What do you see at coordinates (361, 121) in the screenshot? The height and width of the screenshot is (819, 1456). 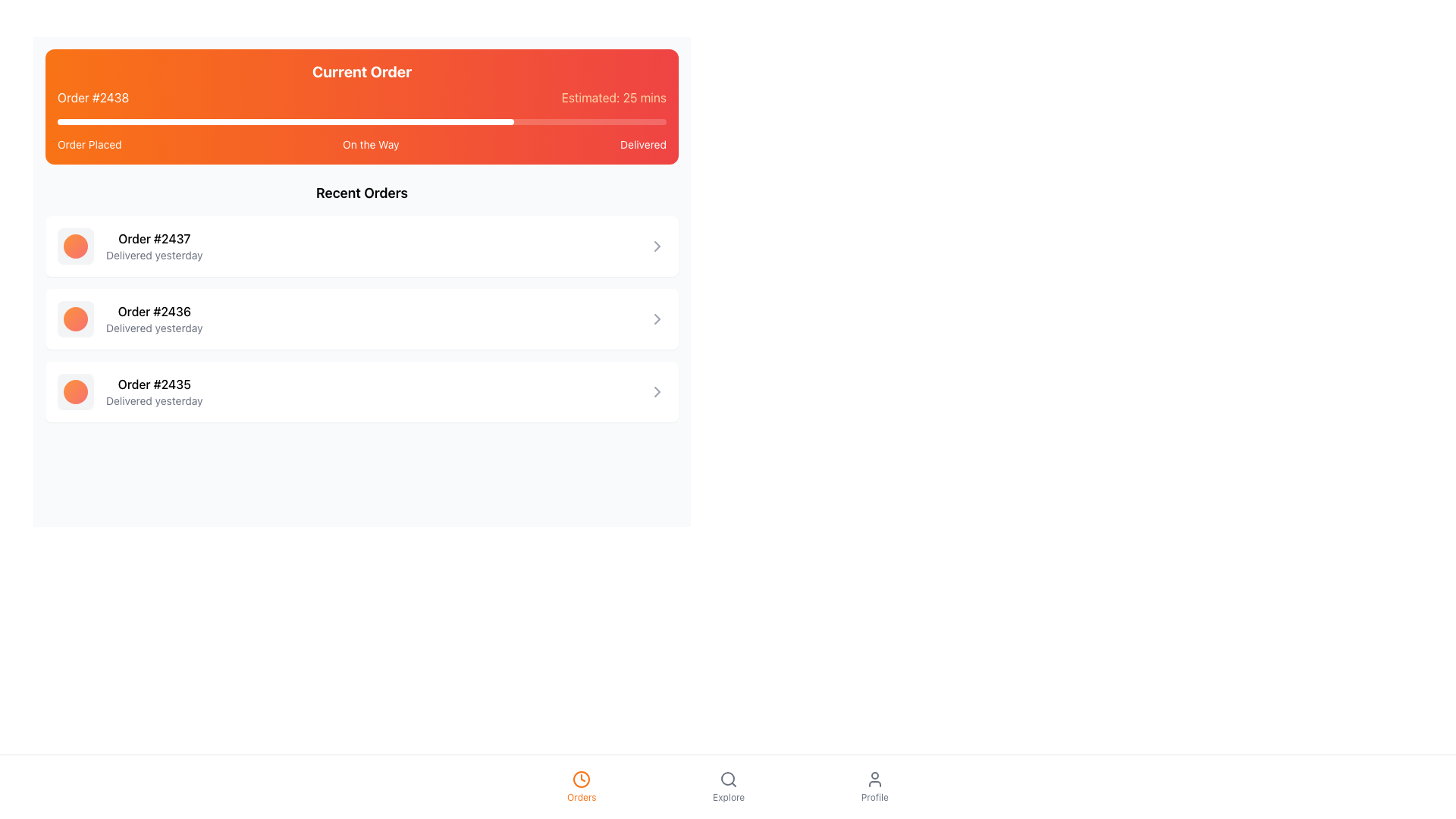 I see `the progress bar indicating the current status of the order, located in the top section under 'Current Order.'` at bounding box center [361, 121].